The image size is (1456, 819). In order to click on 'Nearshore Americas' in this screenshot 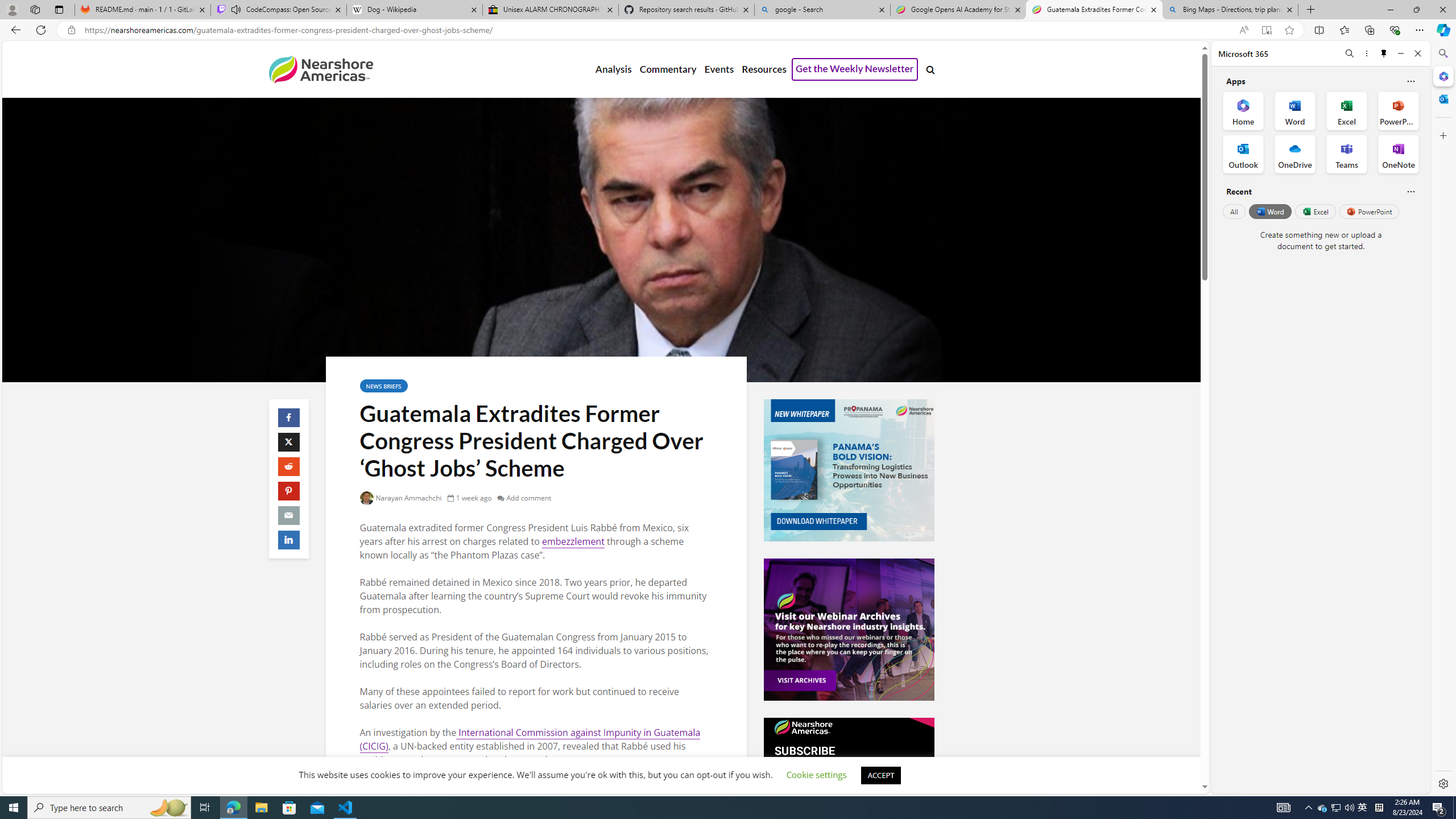, I will do `click(320, 68)`.